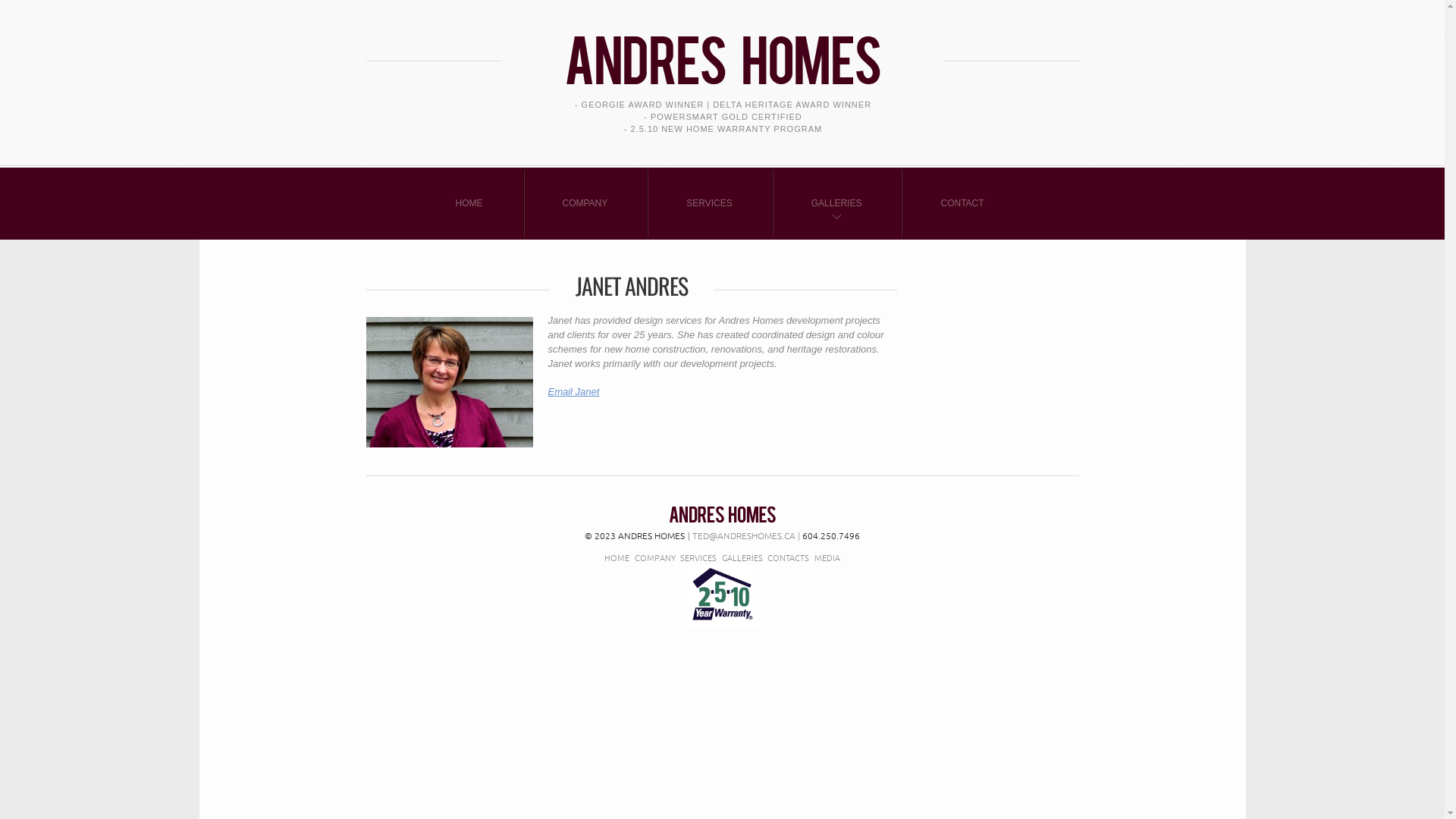  Describe the element at coordinates (742, 557) in the screenshot. I see `'GALLERIES'` at that location.